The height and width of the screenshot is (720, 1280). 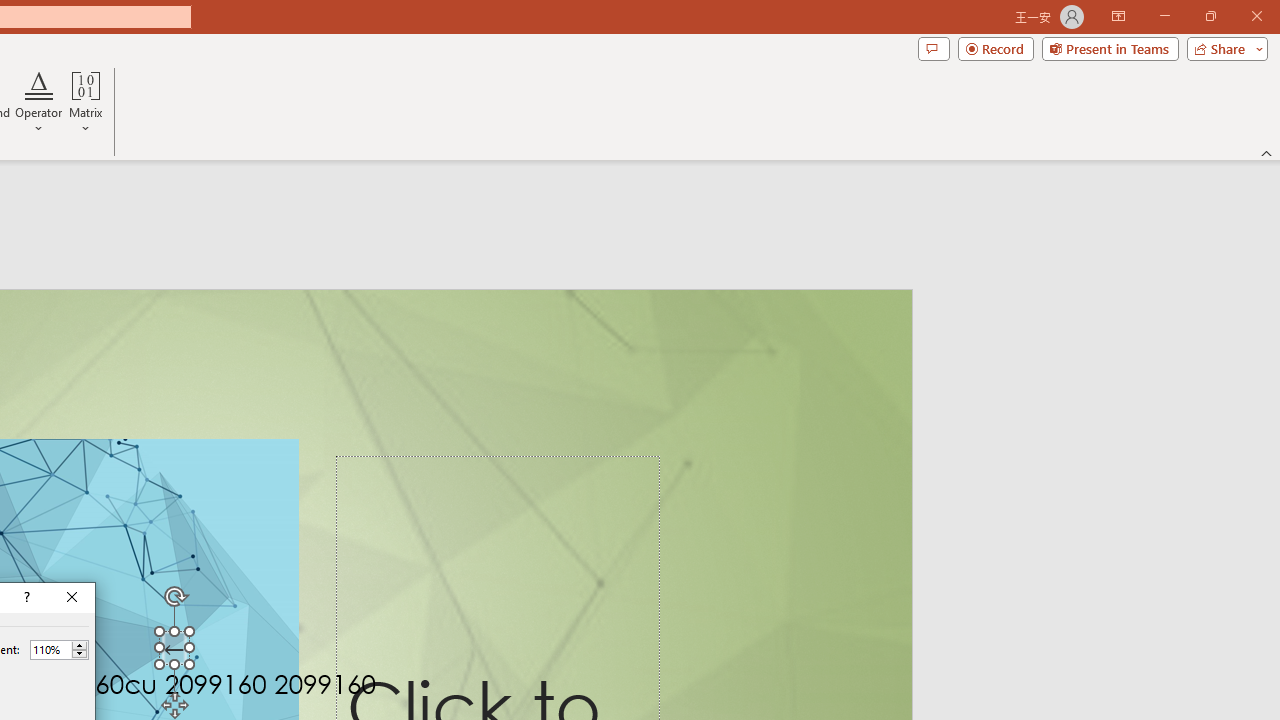 What do you see at coordinates (79, 645) in the screenshot?
I see `'More'` at bounding box center [79, 645].